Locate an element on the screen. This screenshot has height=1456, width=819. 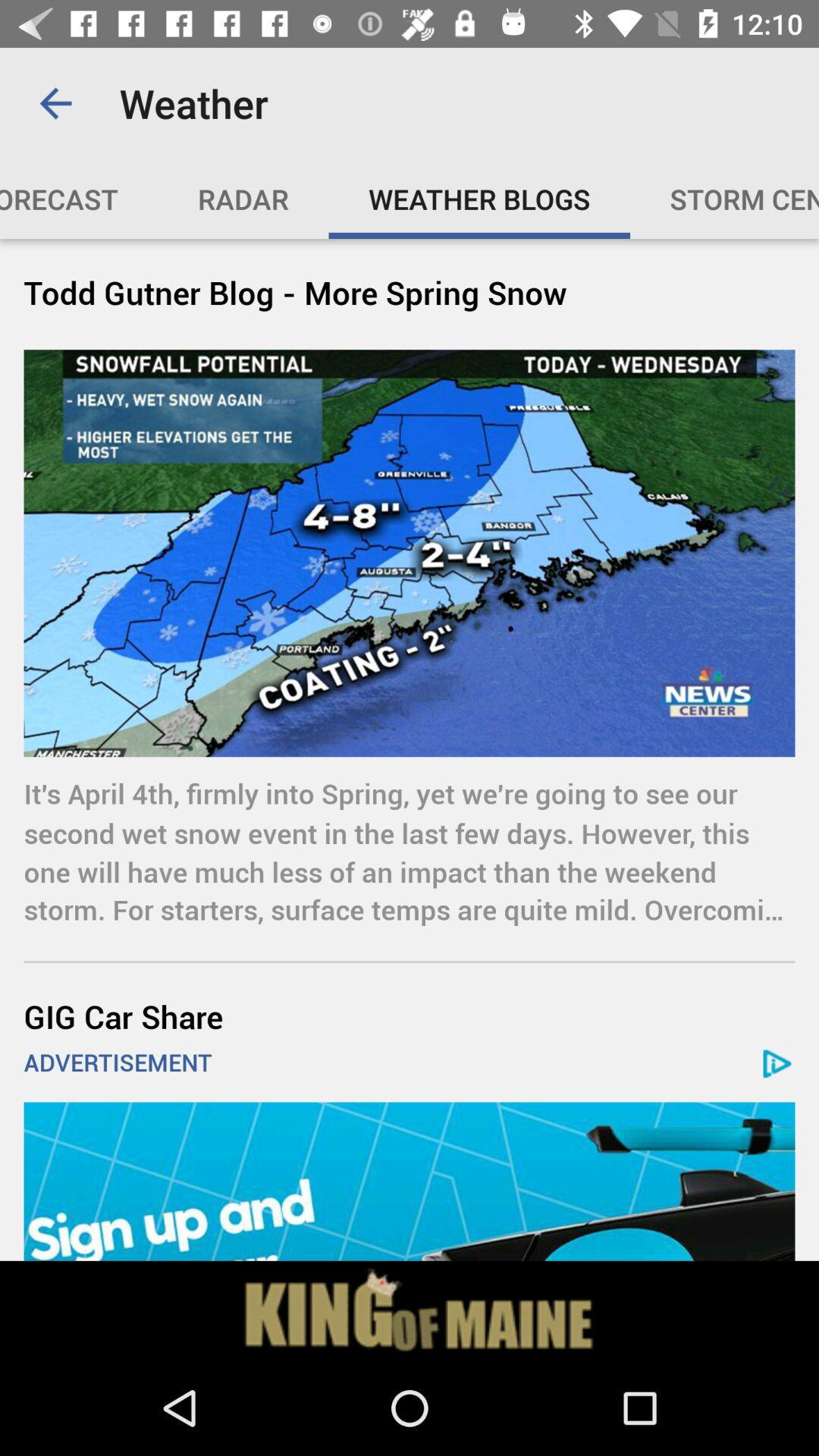
icon to the left of the weather app is located at coordinates (55, 102).